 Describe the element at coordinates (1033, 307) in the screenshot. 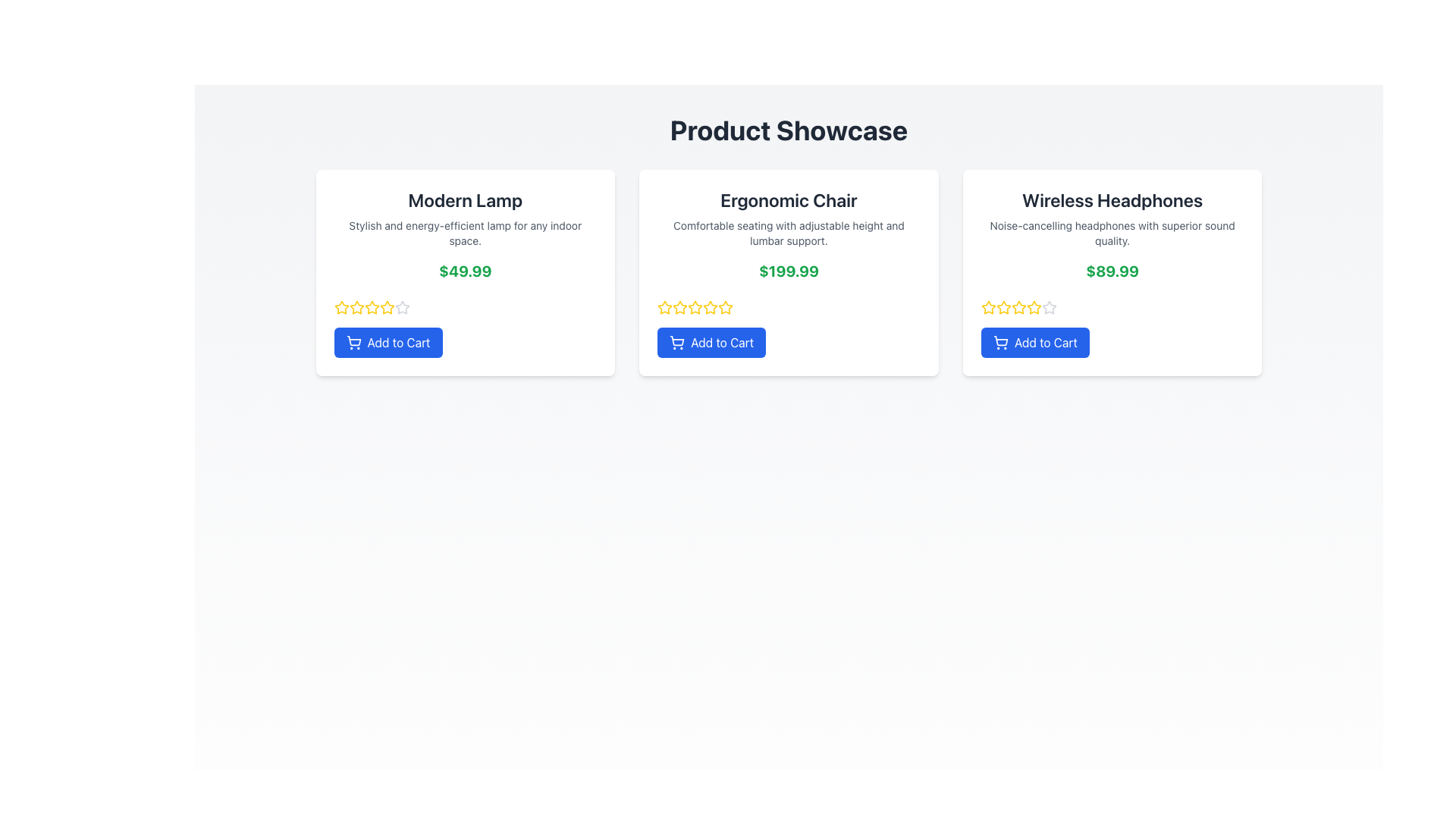

I see `the third yellow star icon in the sequence of rating stars for the 'Wireless Headphones' product card` at that location.